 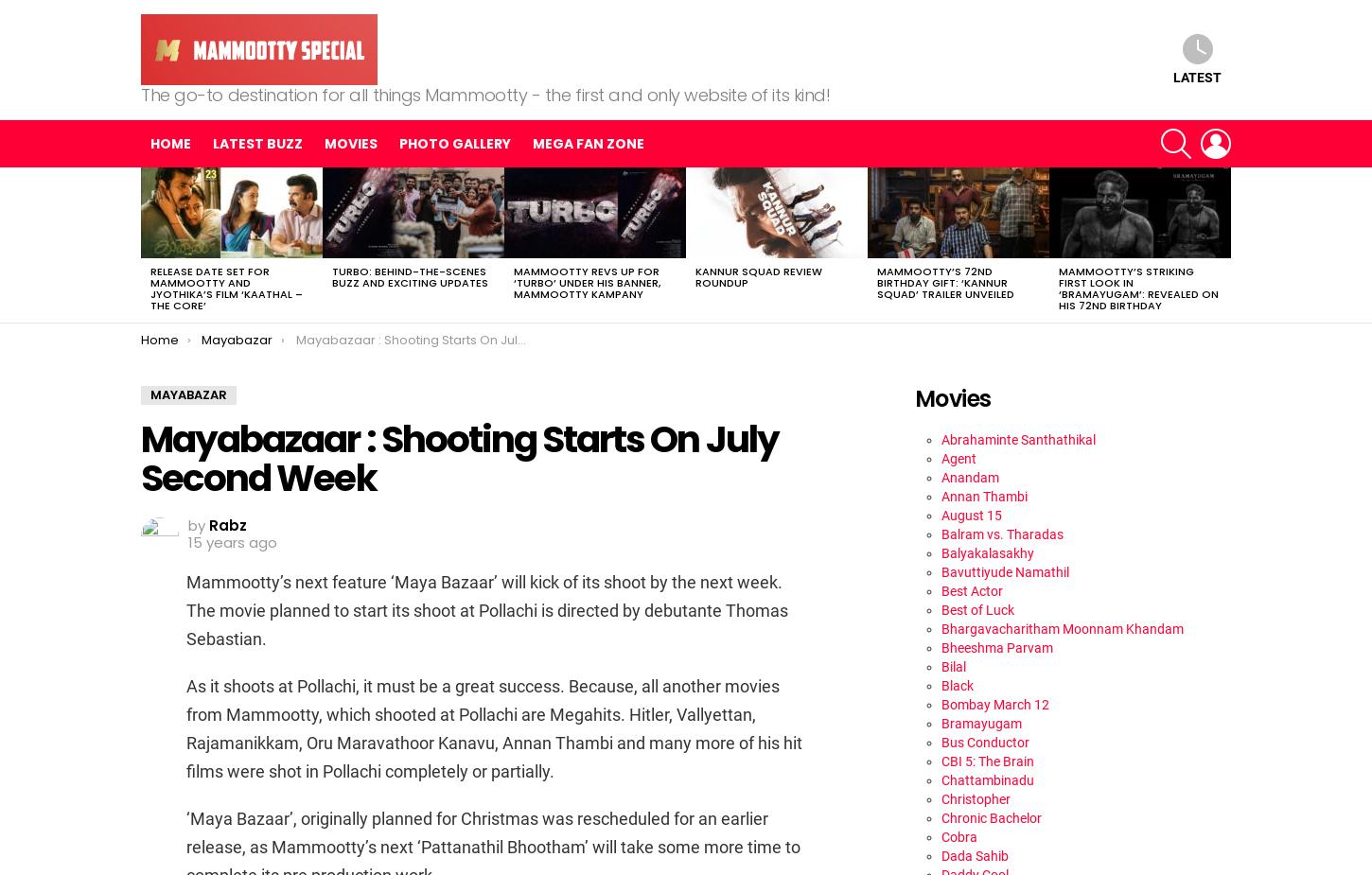 What do you see at coordinates (1062, 627) in the screenshot?
I see `'Bhargavacharitham Moonnam Khandam'` at bounding box center [1062, 627].